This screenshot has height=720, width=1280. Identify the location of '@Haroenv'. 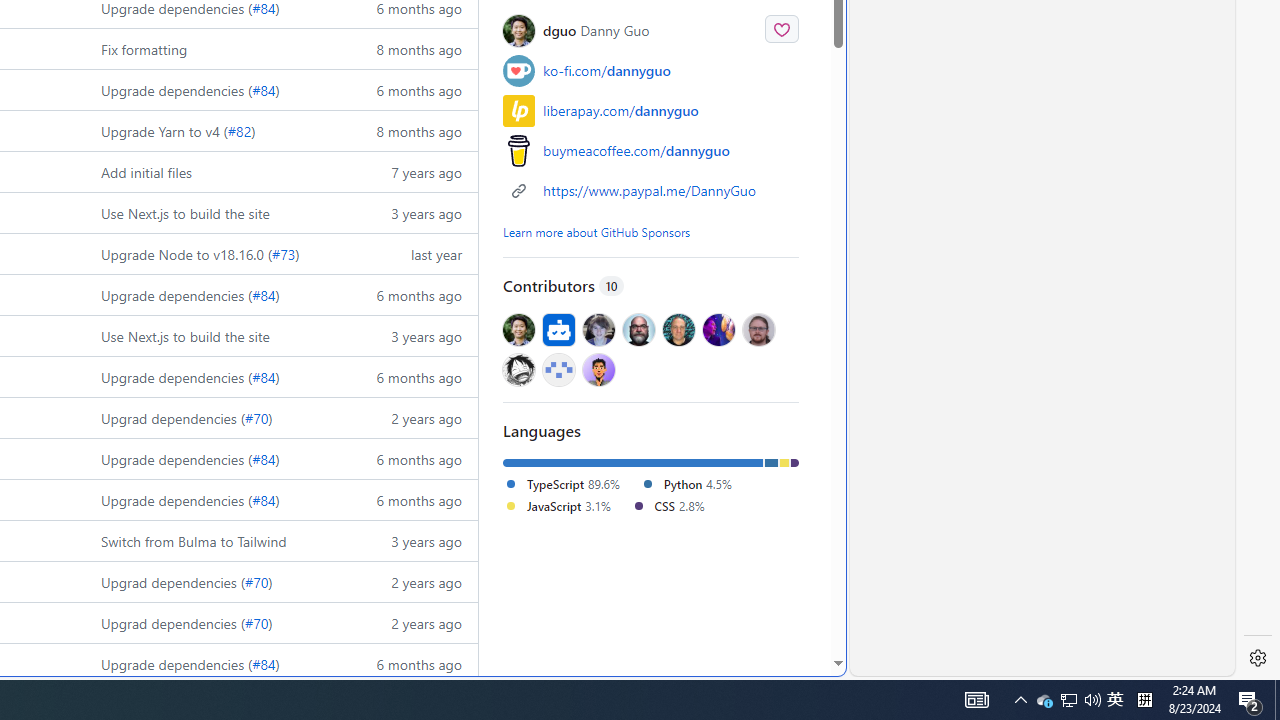
(718, 328).